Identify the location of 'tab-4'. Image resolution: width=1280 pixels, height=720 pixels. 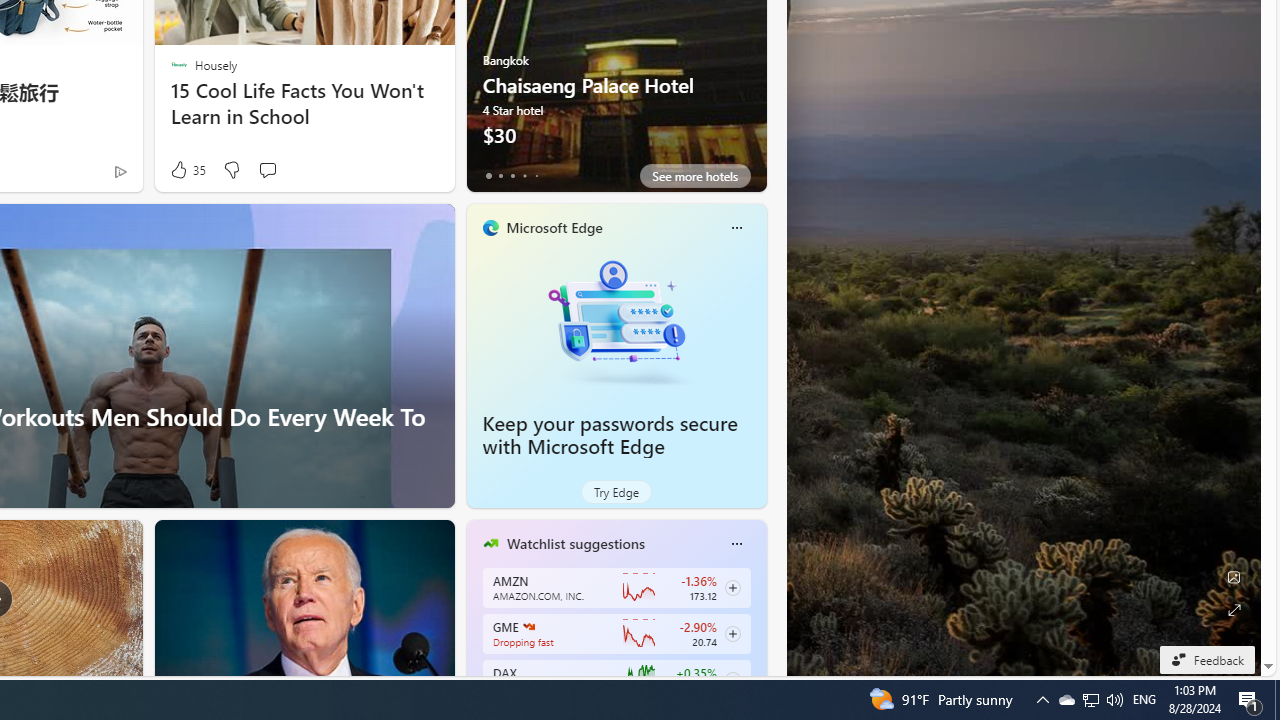
(536, 175).